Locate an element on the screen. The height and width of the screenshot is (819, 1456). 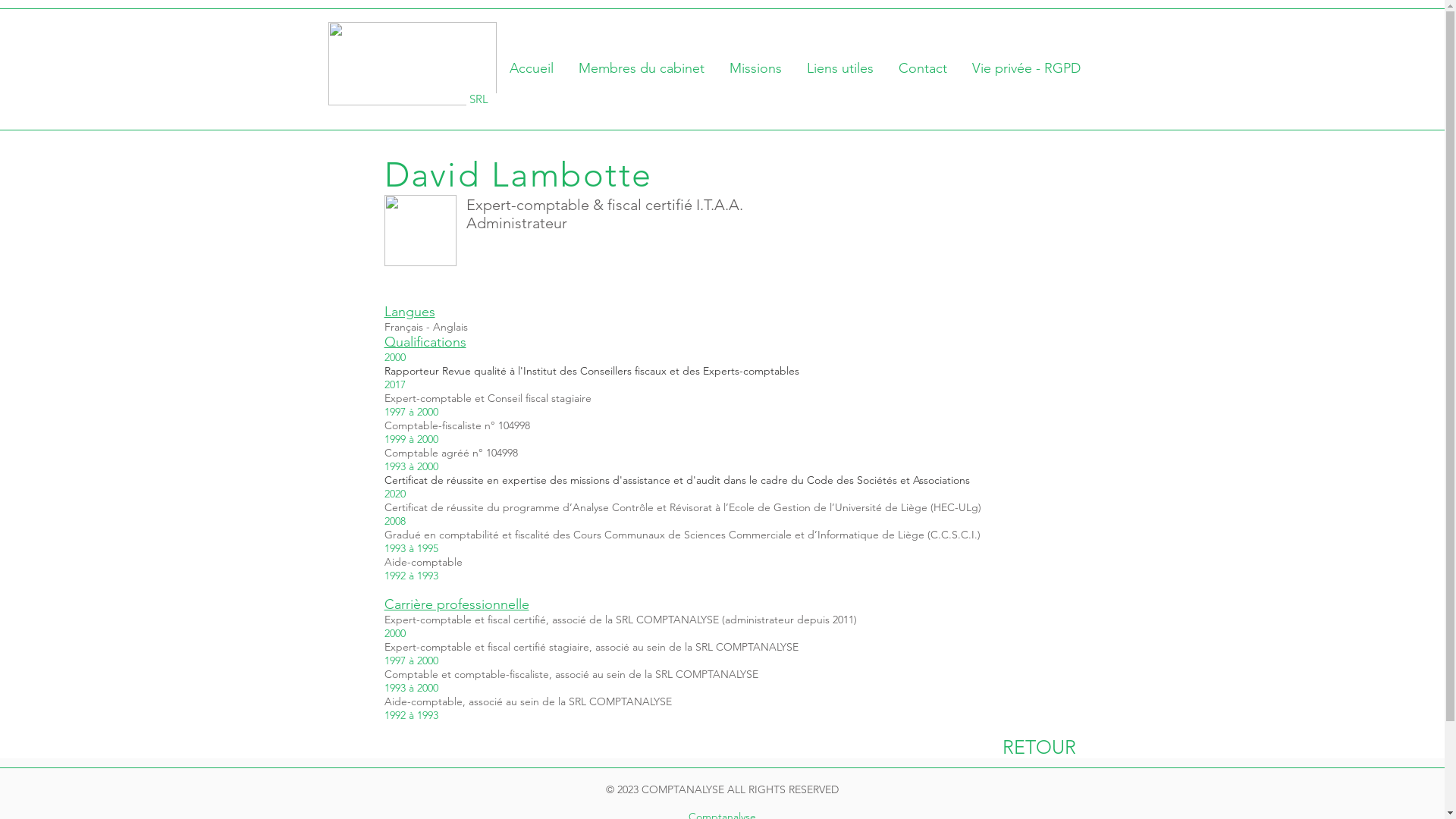
'Accueil' is located at coordinates (495, 68).